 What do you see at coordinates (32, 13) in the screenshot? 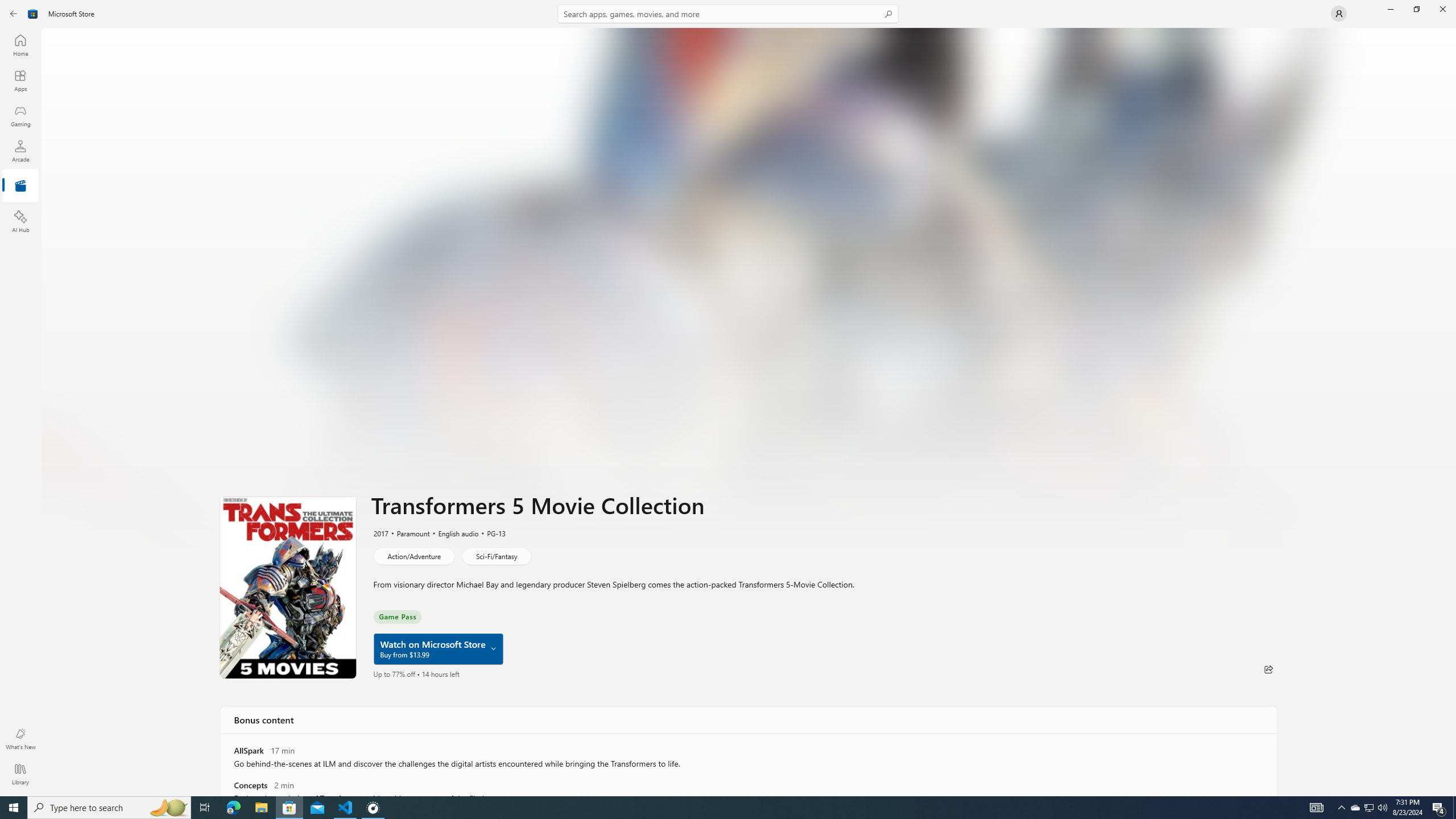
I see `'Class: Image'` at bounding box center [32, 13].